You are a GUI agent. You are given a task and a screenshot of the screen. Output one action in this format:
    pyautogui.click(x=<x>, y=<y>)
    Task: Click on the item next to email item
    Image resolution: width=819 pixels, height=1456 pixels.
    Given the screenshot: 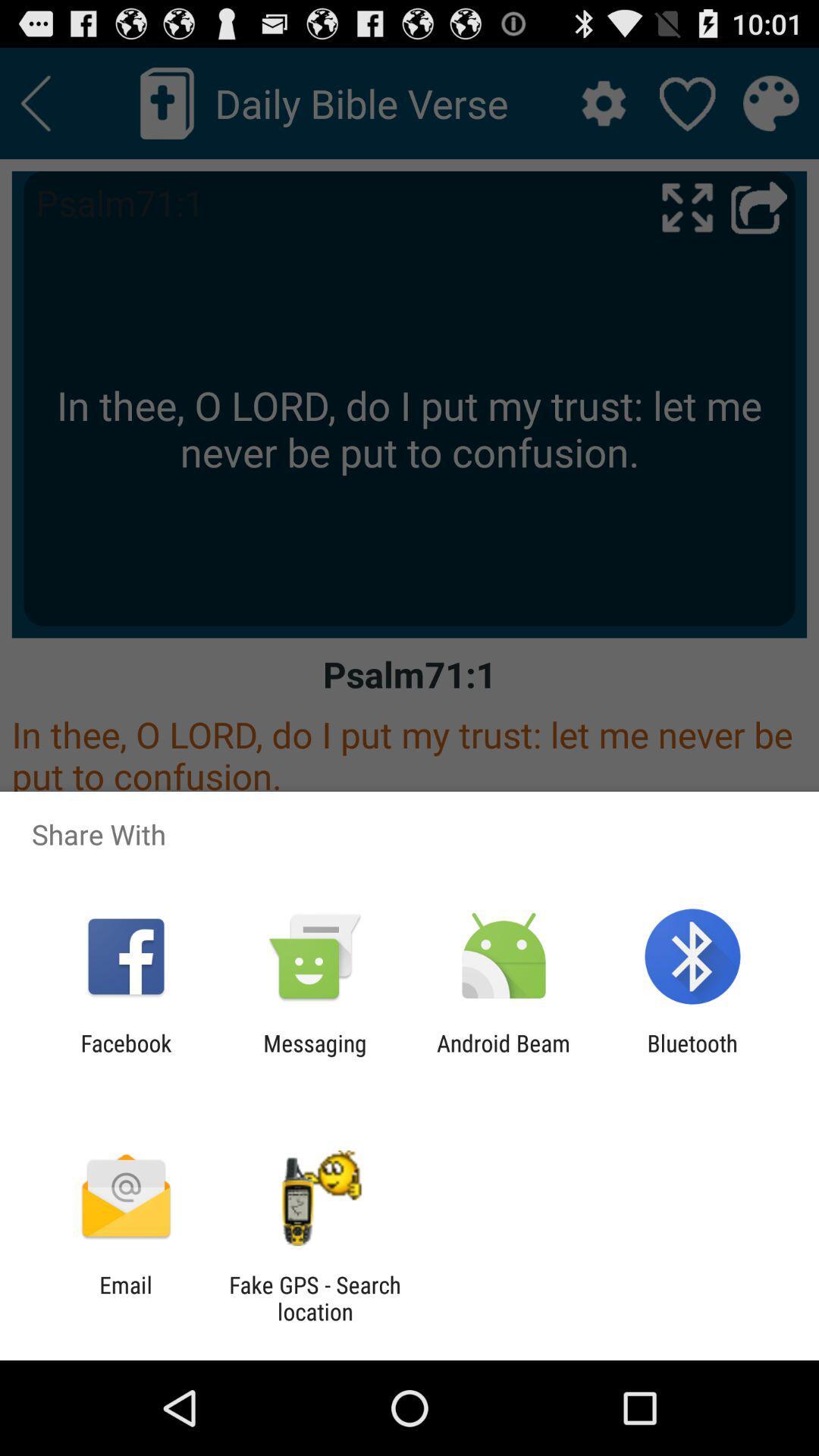 What is the action you would take?
    pyautogui.click(x=314, y=1298)
    